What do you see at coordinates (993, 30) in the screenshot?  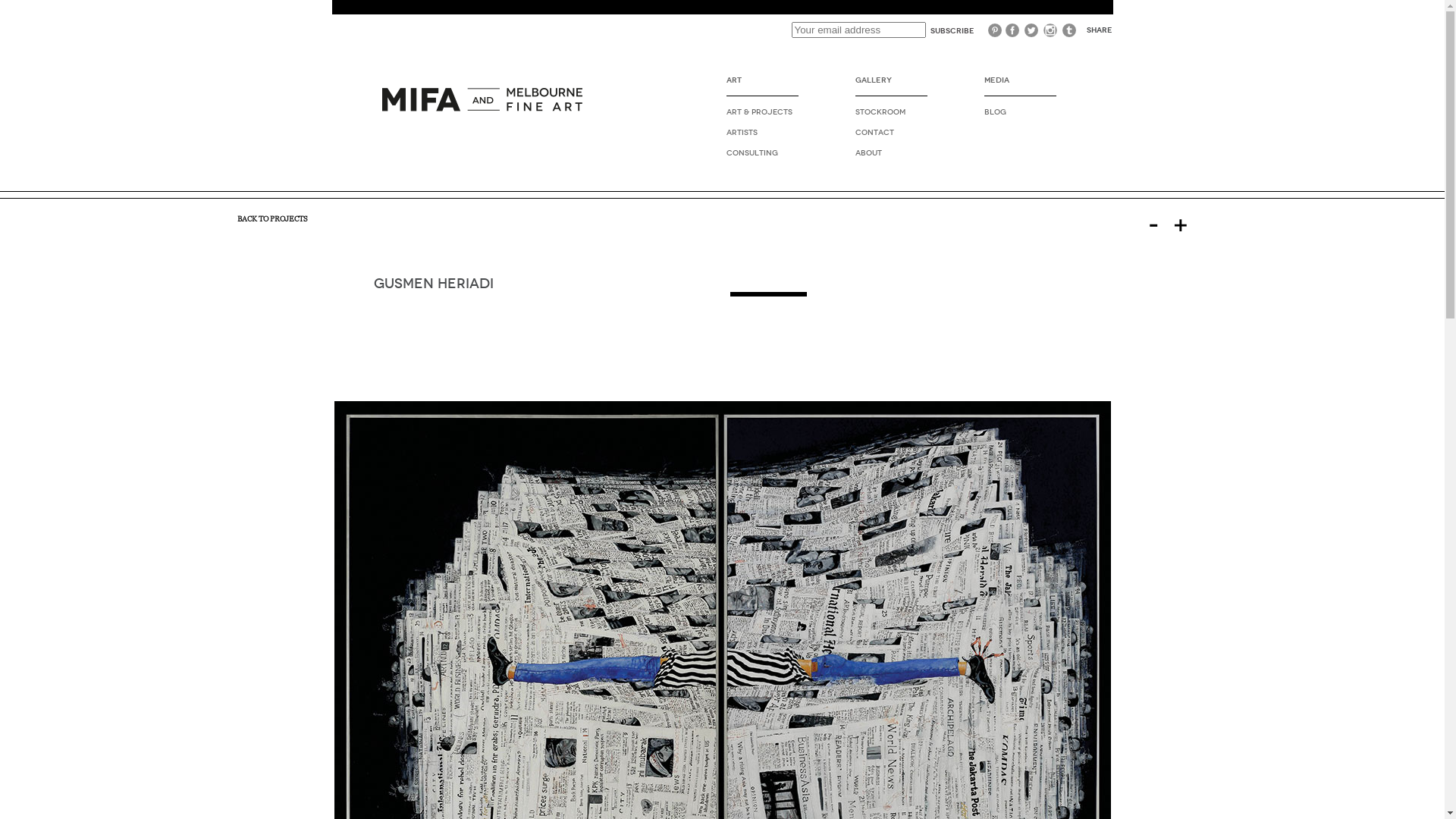 I see `'Pinterest'` at bounding box center [993, 30].